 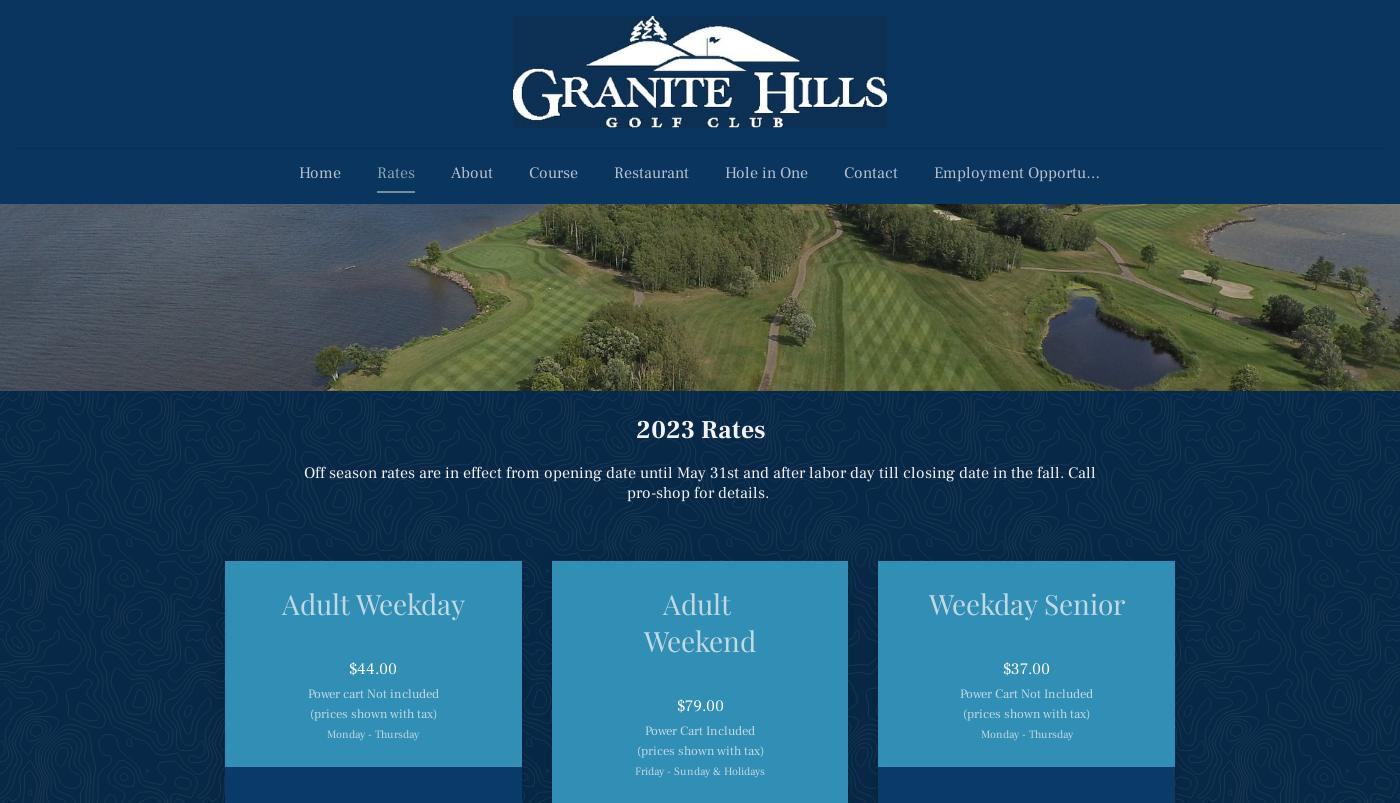 What do you see at coordinates (1002, 668) in the screenshot?
I see `'$37.00'` at bounding box center [1002, 668].